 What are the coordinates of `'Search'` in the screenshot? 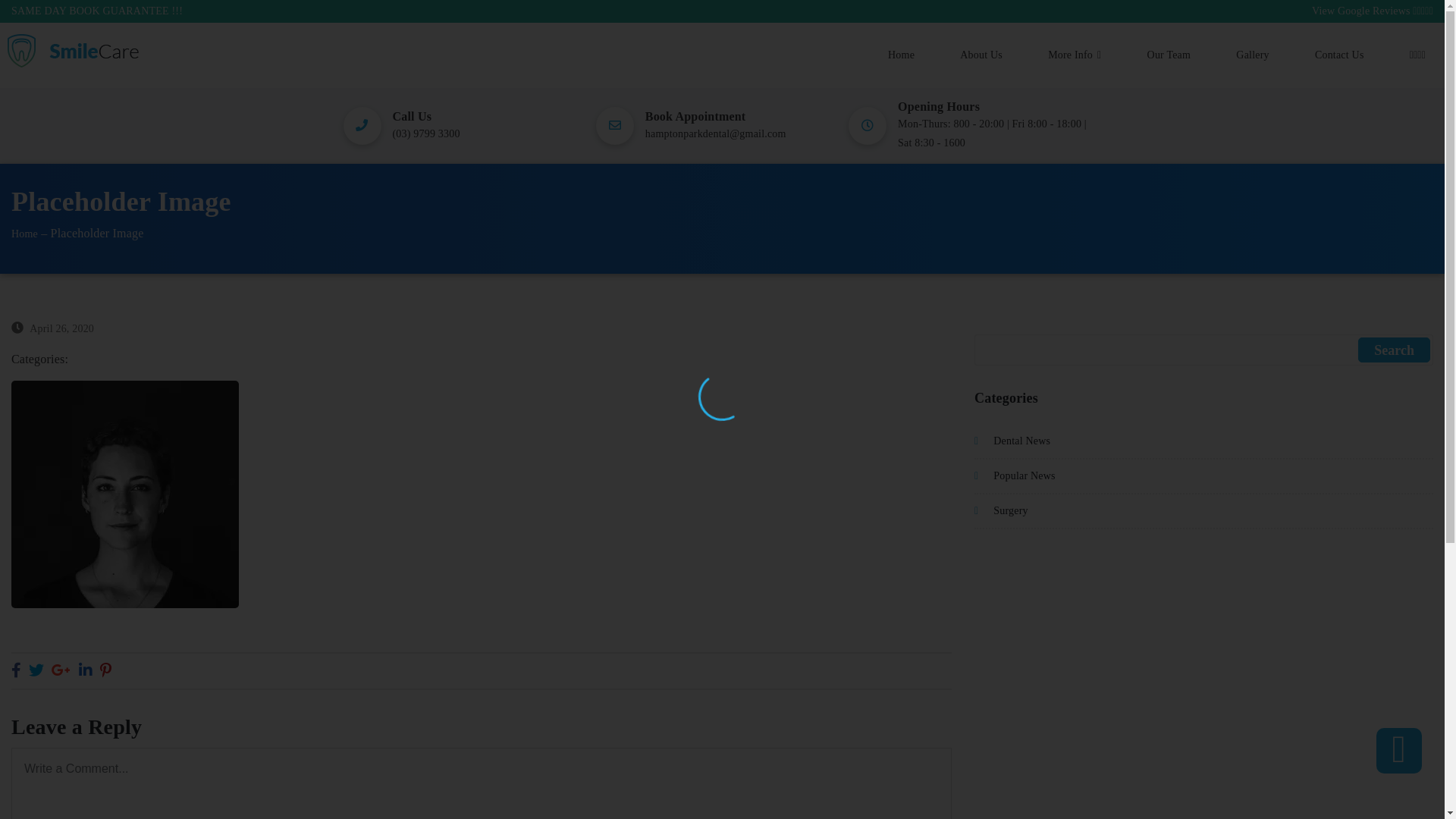 It's located at (1394, 350).